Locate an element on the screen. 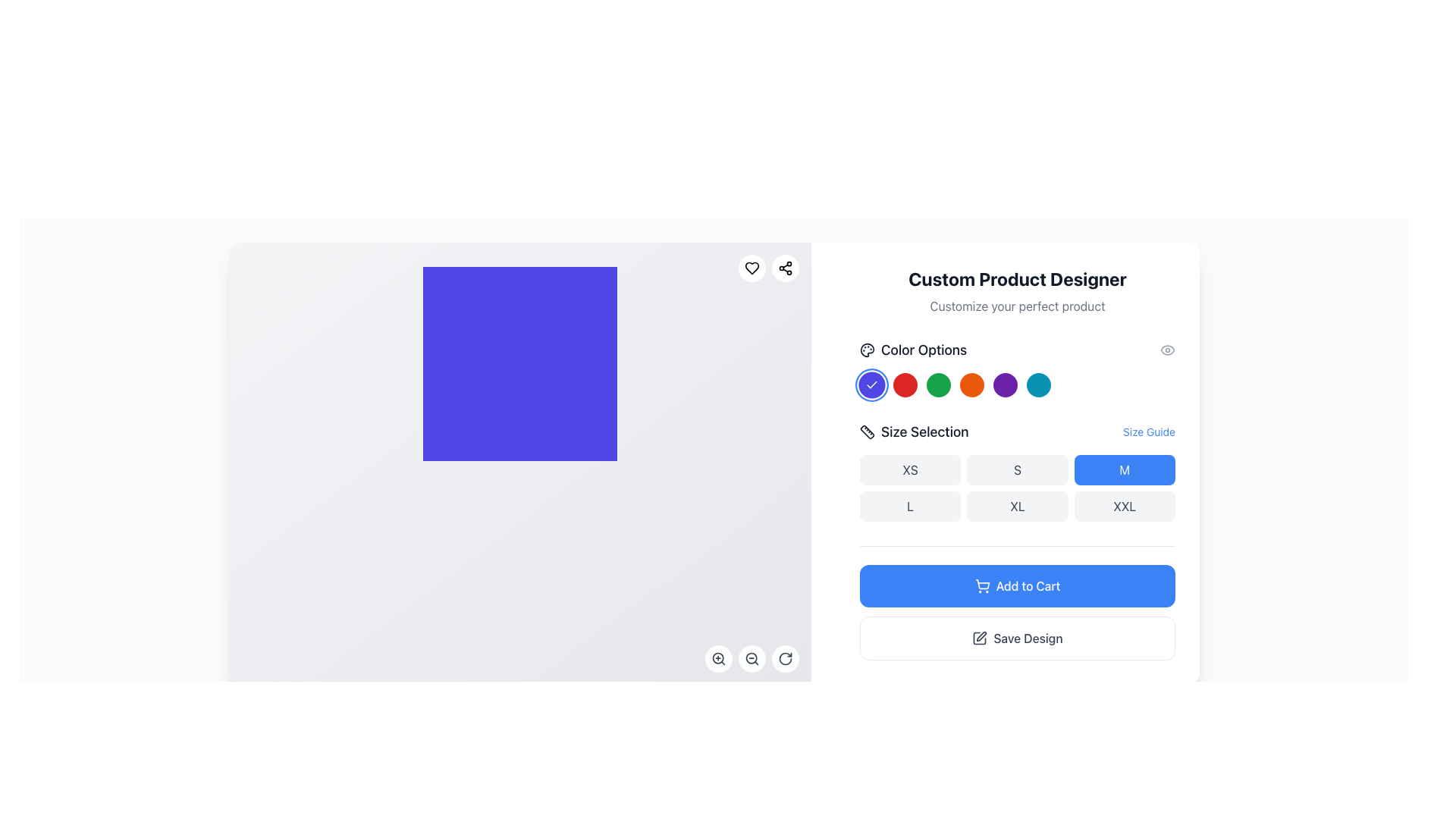  the favorite button located in the top-right corner of the content area, which is the first of two similar circular icons is located at coordinates (752, 268).